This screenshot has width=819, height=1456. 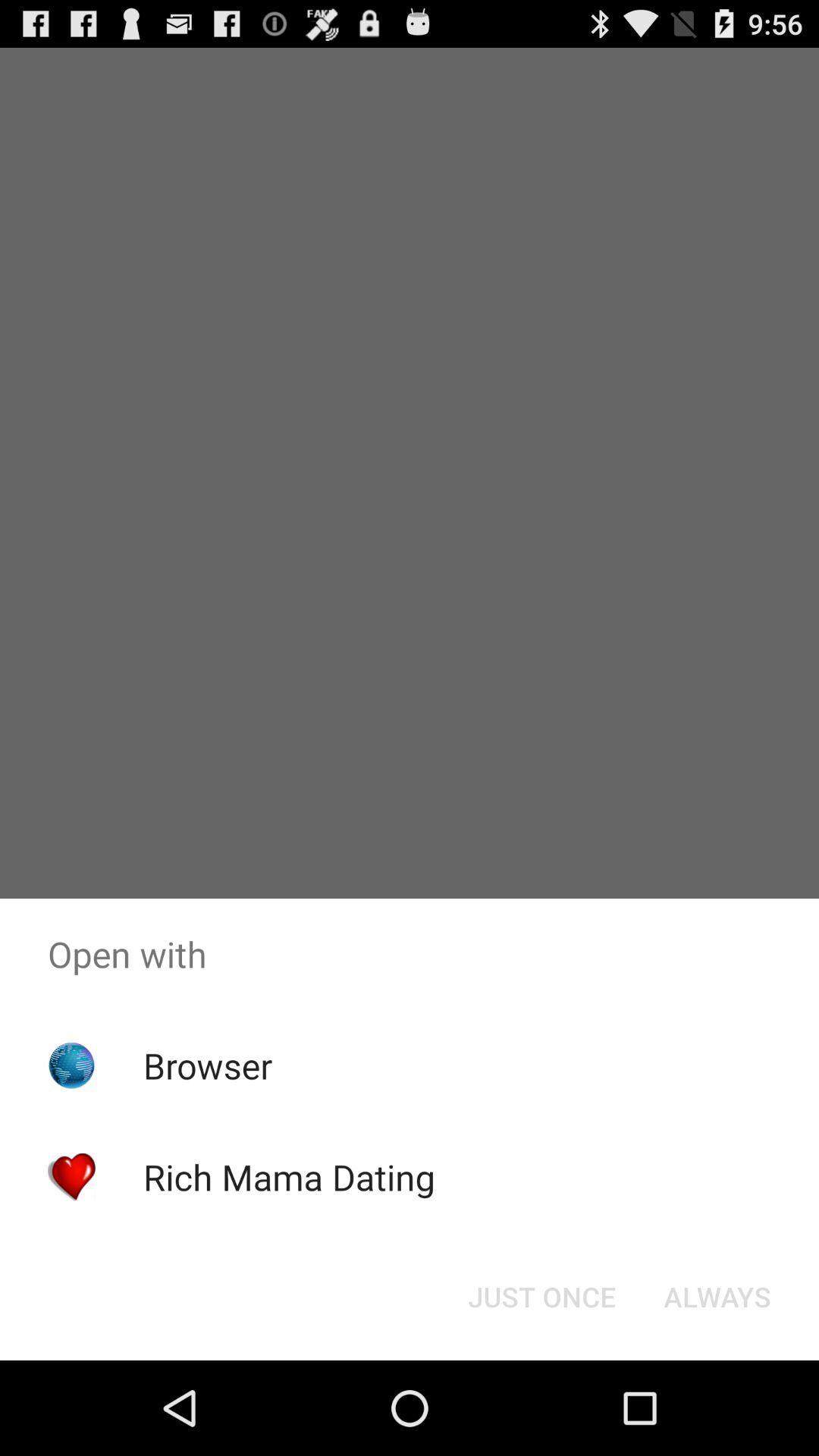 What do you see at coordinates (541, 1295) in the screenshot?
I see `just once icon` at bounding box center [541, 1295].